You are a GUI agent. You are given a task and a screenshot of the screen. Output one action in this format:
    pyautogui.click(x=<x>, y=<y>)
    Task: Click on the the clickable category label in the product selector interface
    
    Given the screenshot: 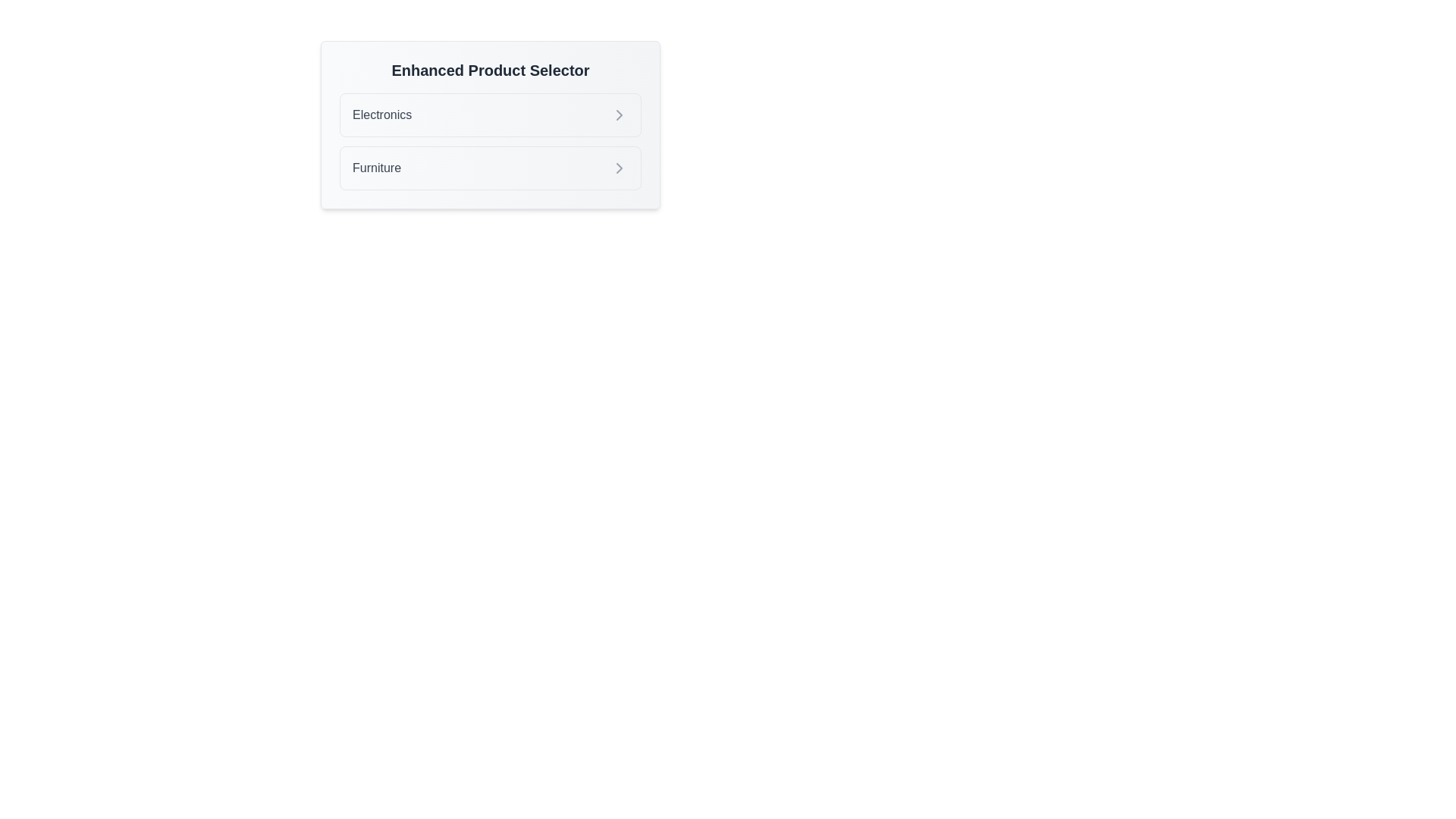 What is the action you would take?
    pyautogui.click(x=382, y=114)
    